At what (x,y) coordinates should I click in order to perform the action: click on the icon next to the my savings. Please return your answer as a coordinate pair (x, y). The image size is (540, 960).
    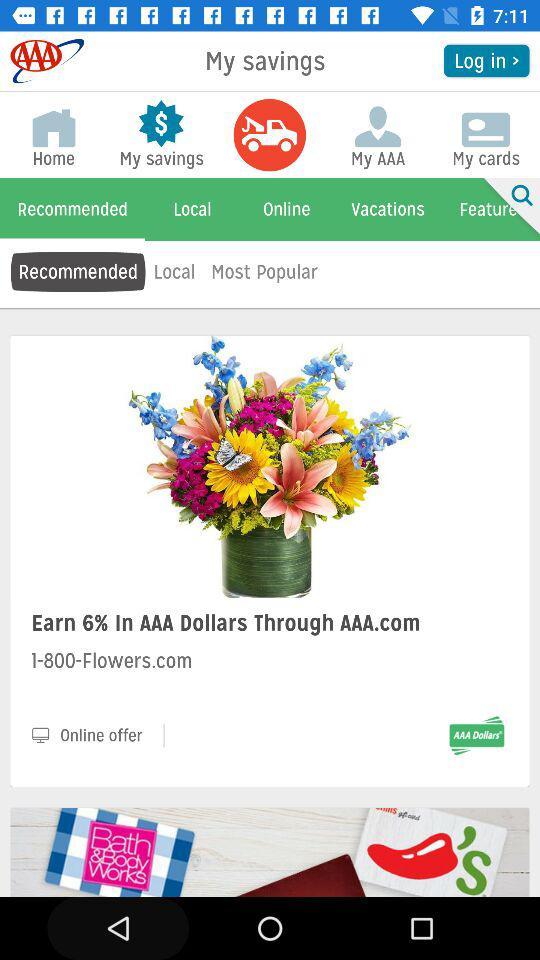
    Looking at the image, I should click on (485, 59).